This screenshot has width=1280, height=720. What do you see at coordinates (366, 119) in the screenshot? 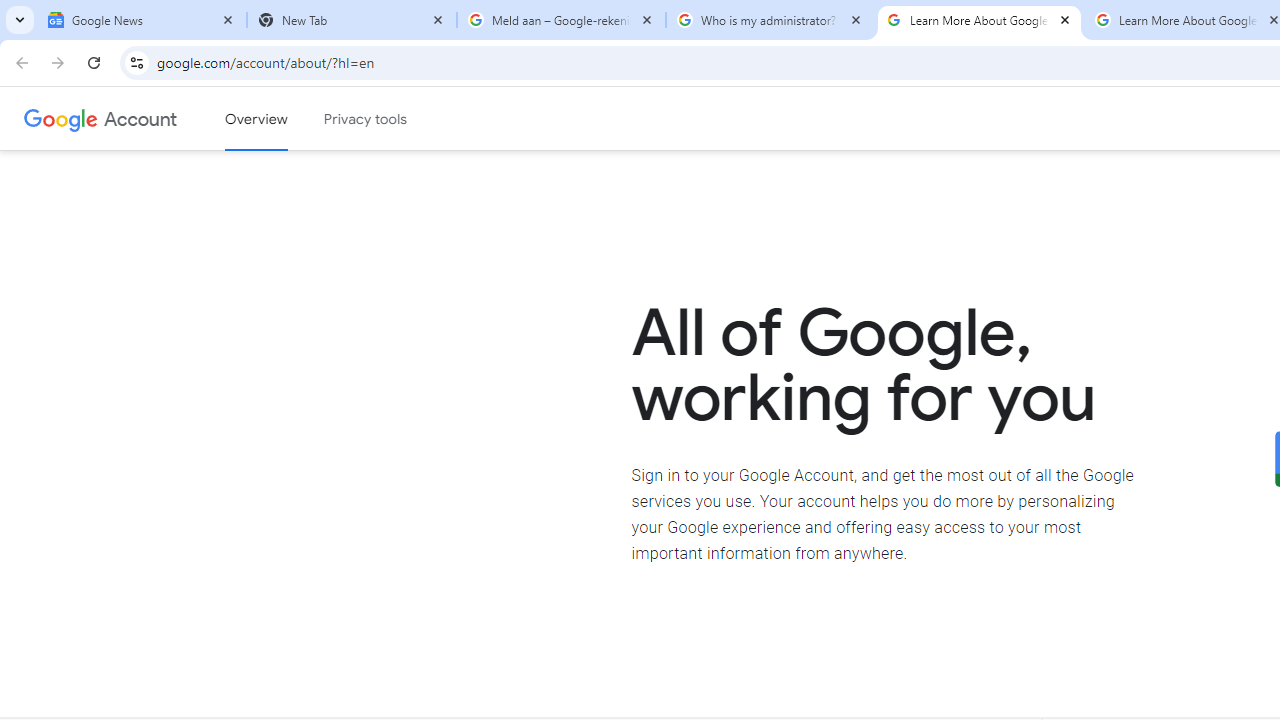
I see `'Privacy tools'` at bounding box center [366, 119].